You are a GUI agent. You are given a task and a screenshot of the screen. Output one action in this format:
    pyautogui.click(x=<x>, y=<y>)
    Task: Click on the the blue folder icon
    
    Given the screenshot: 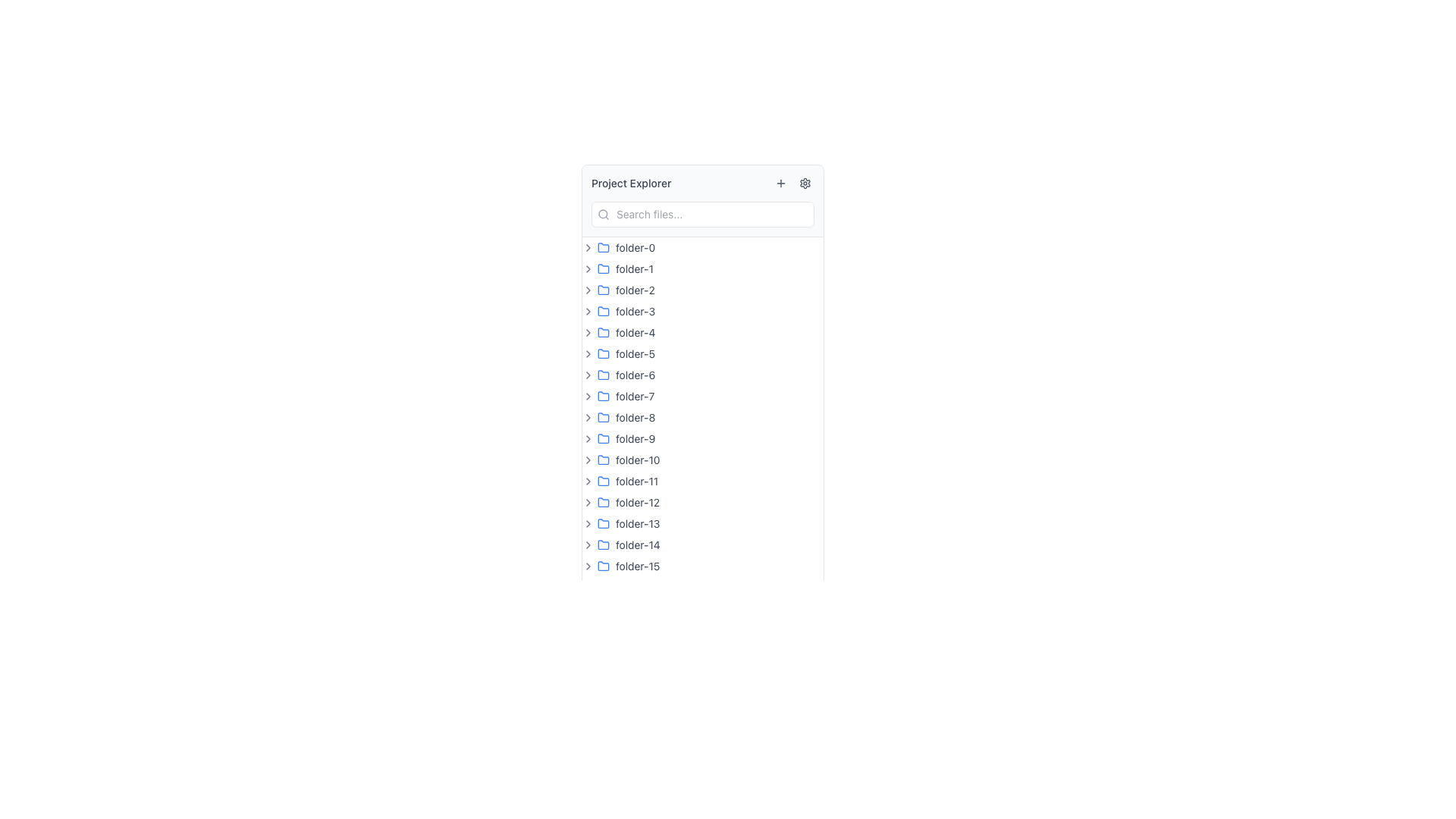 What is the action you would take?
    pyautogui.click(x=603, y=544)
    